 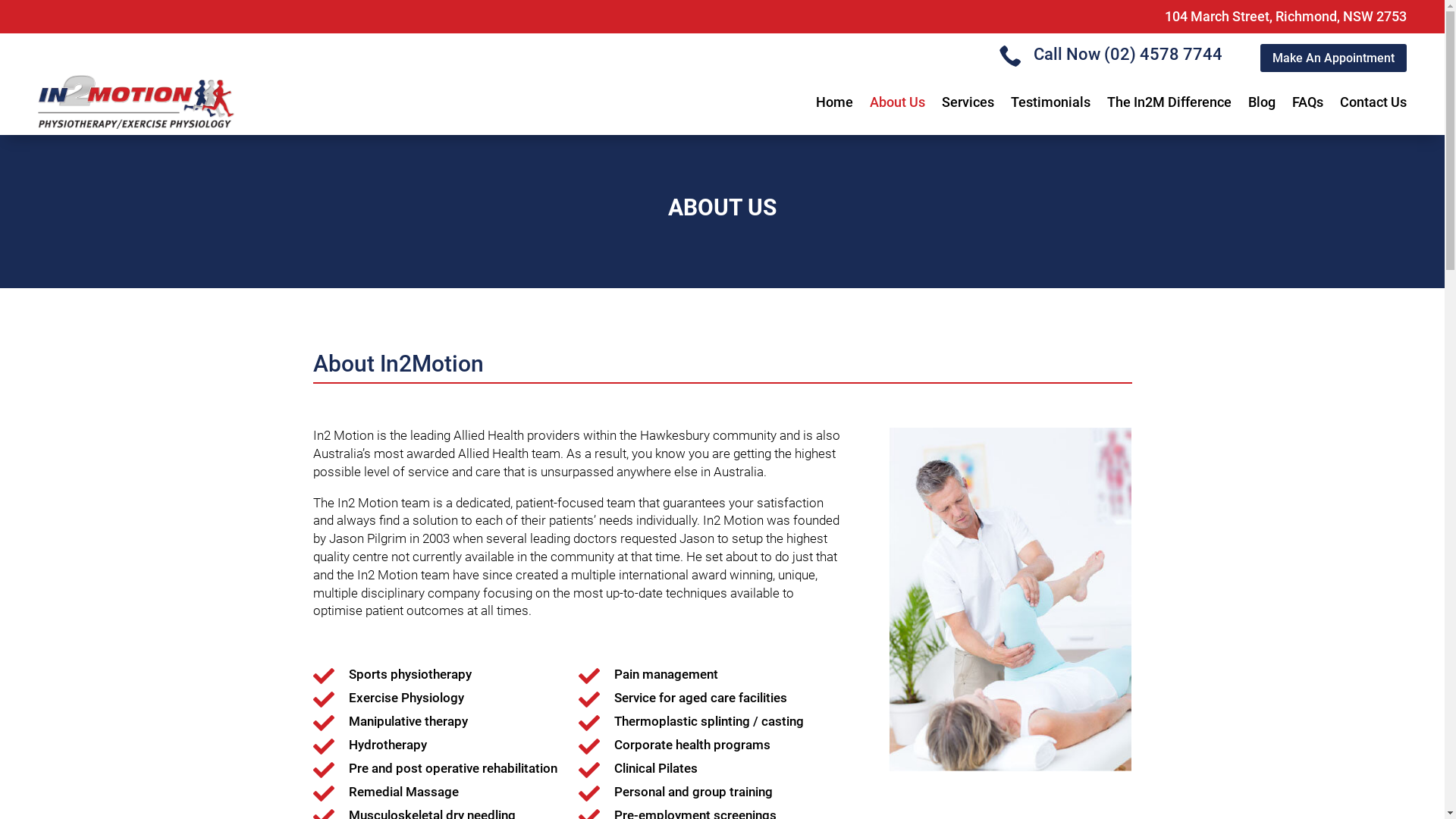 I want to click on 'Testimonials', so click(x=1050, y=102).